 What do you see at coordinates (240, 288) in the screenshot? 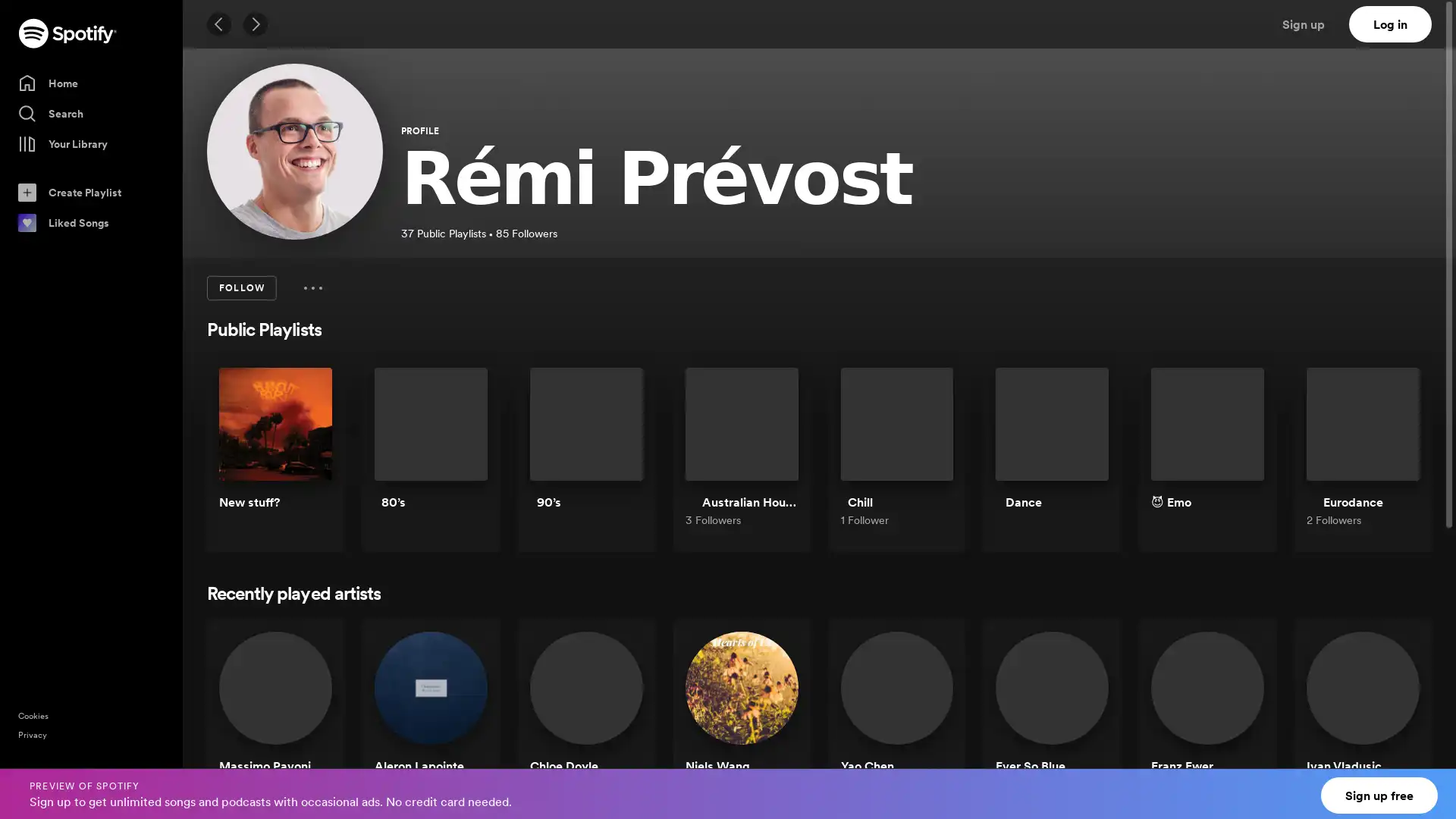
I see `FOLLOW` at bounding box center [240, 288].